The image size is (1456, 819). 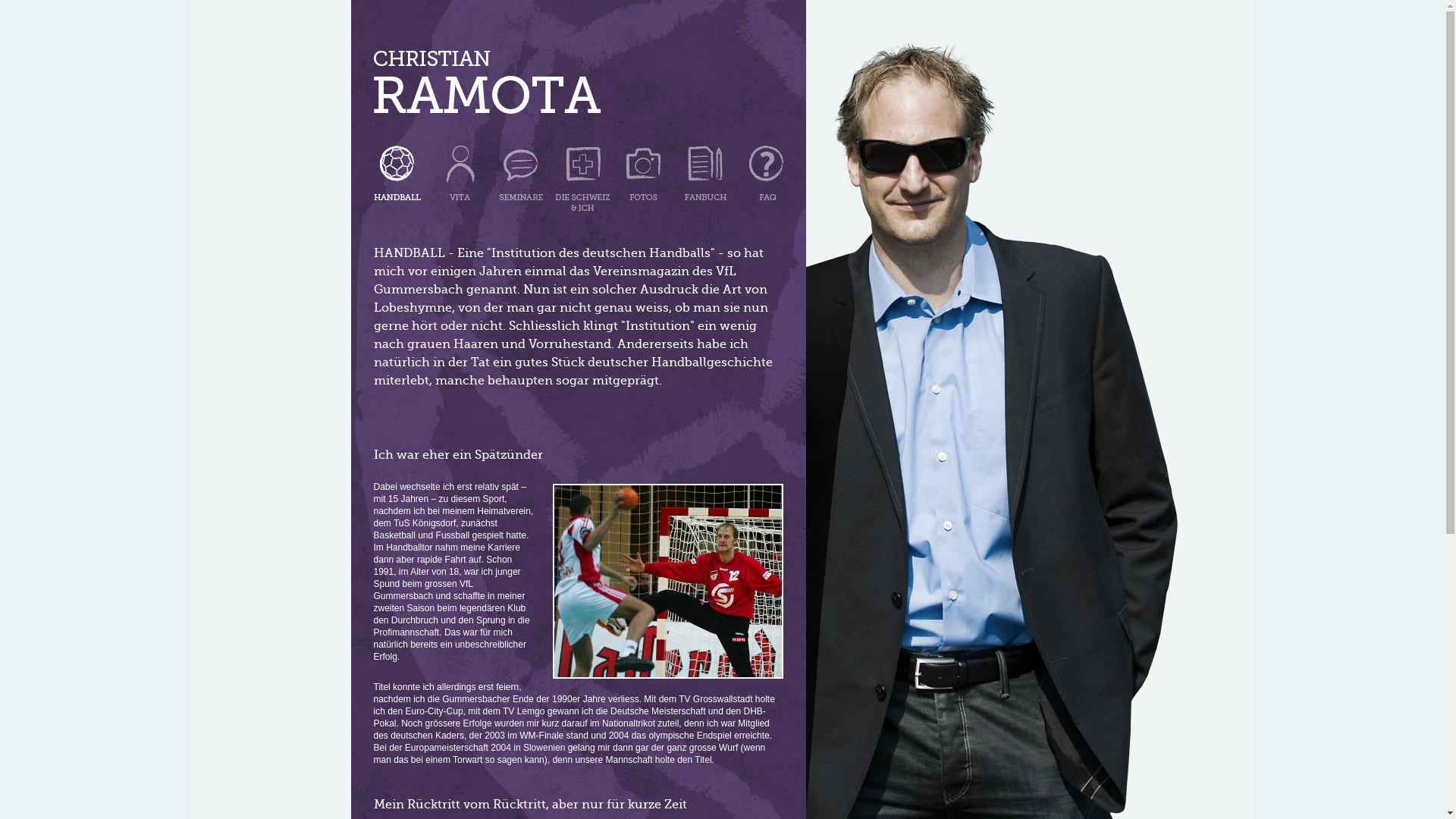 What do you see at coordinates (460, 168) in the screenshot?
I see `' '` at bounding box center [460, 168].